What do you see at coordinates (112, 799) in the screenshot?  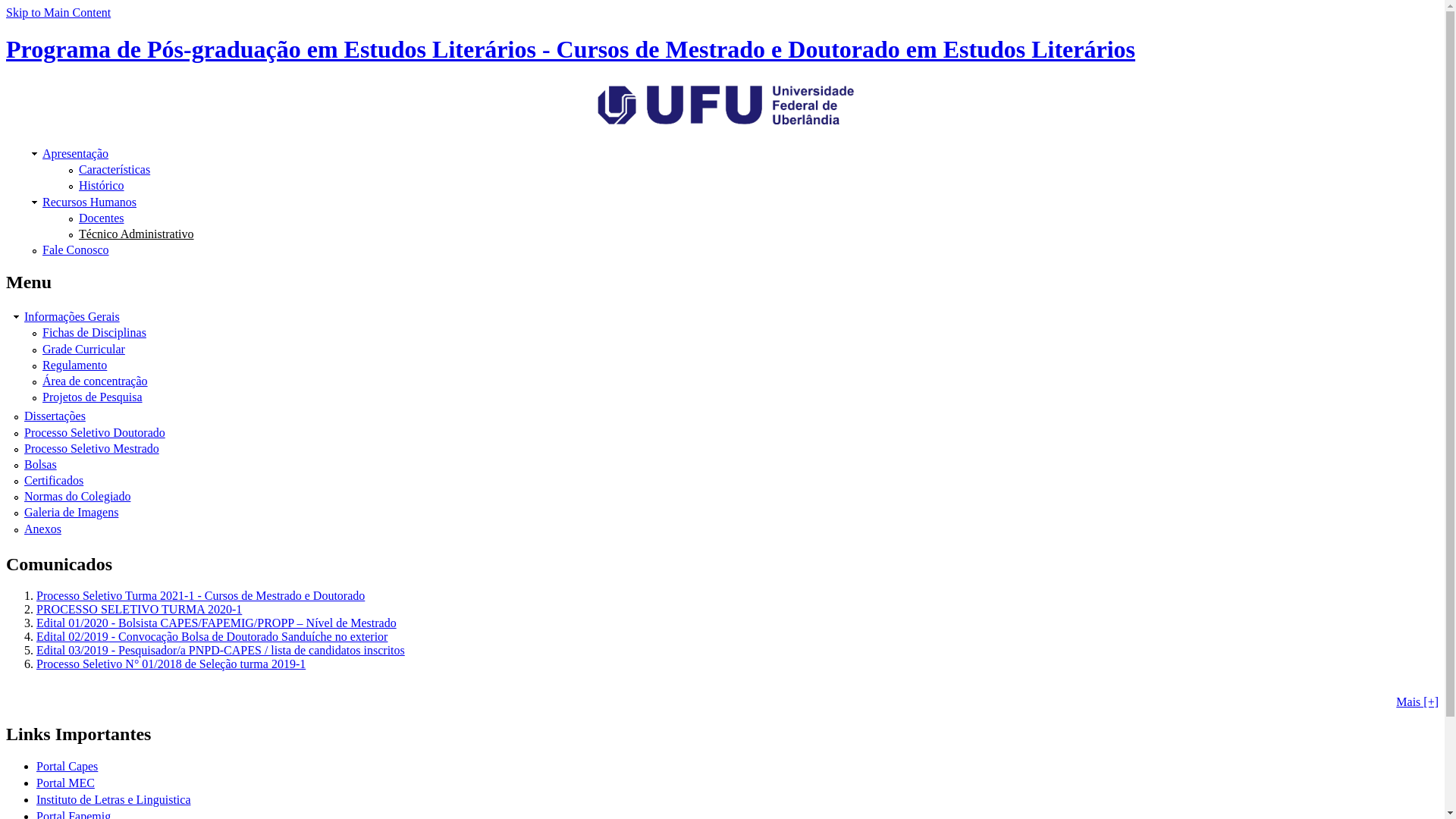 I see `'Instituto de Letras e Linguistica'` at bounding box center [112, 799].